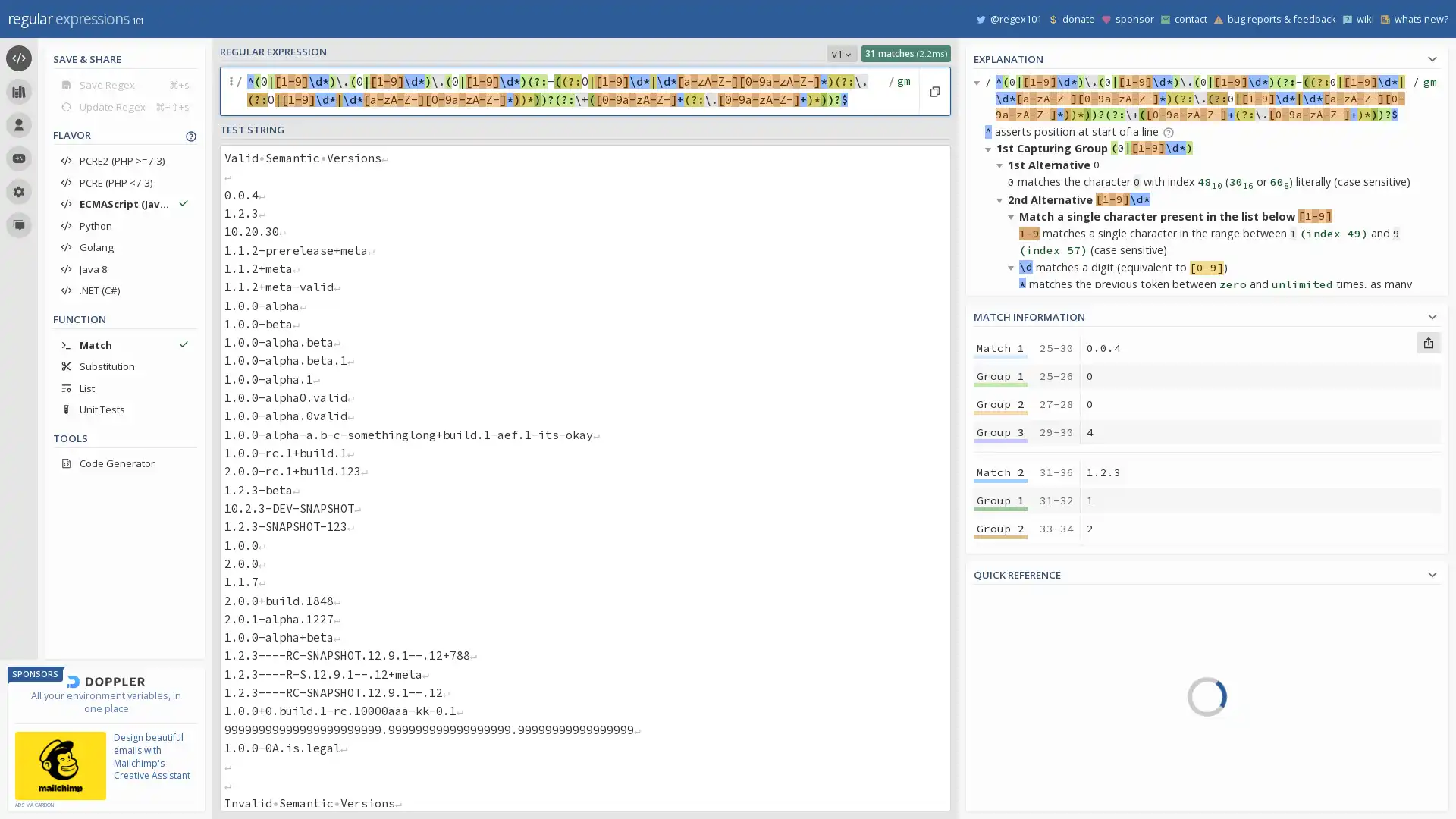 The height and width of the screenshot is (819, 1456). I want to click on MATCH INFORMATION, so click(1207, 314).